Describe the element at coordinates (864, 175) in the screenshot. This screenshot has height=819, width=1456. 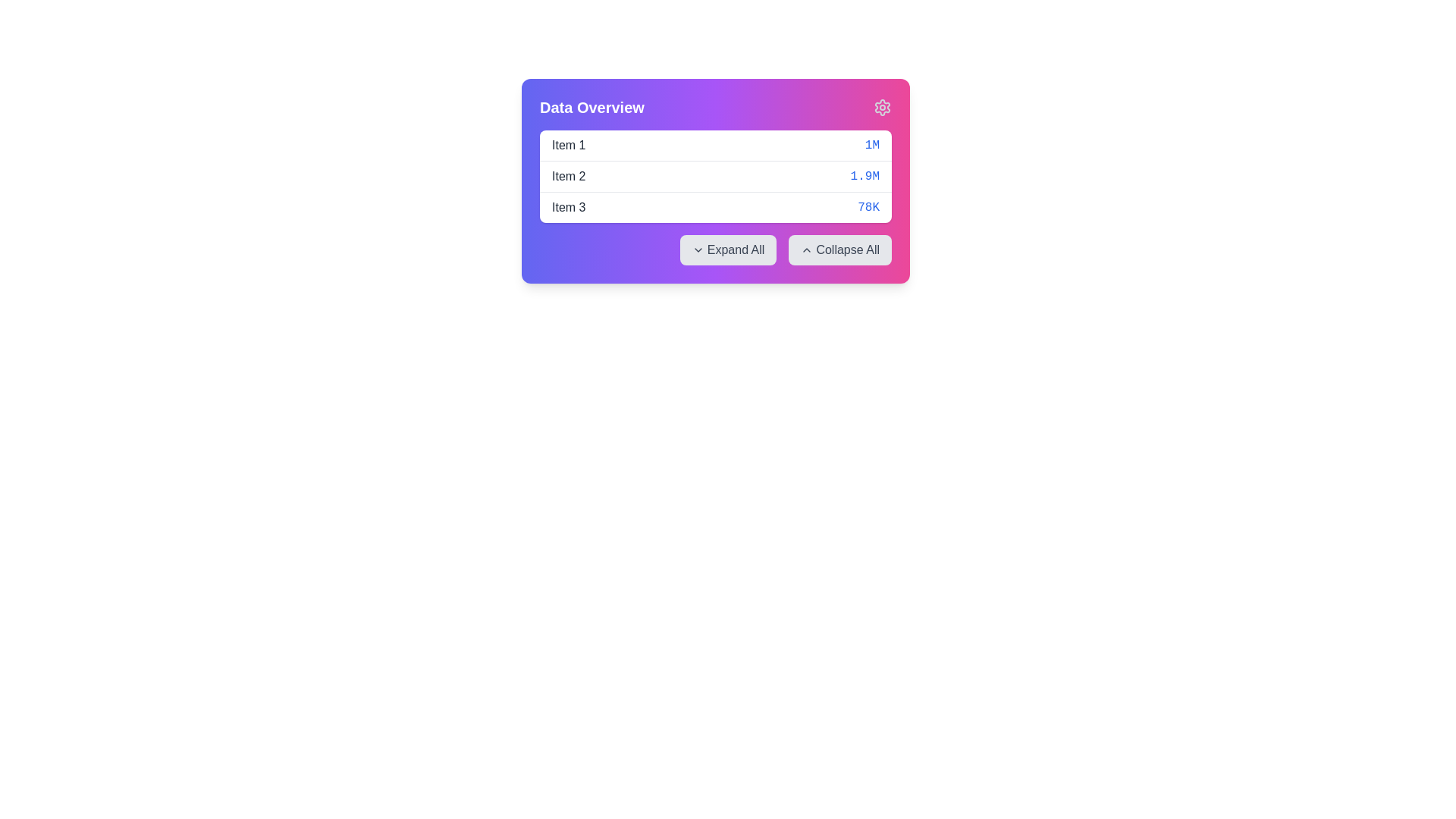
I see `the value of the text label styled in blue font with the content '1.9M', located on the right-hand side of the listing entry for 'Item 2'` at that location.